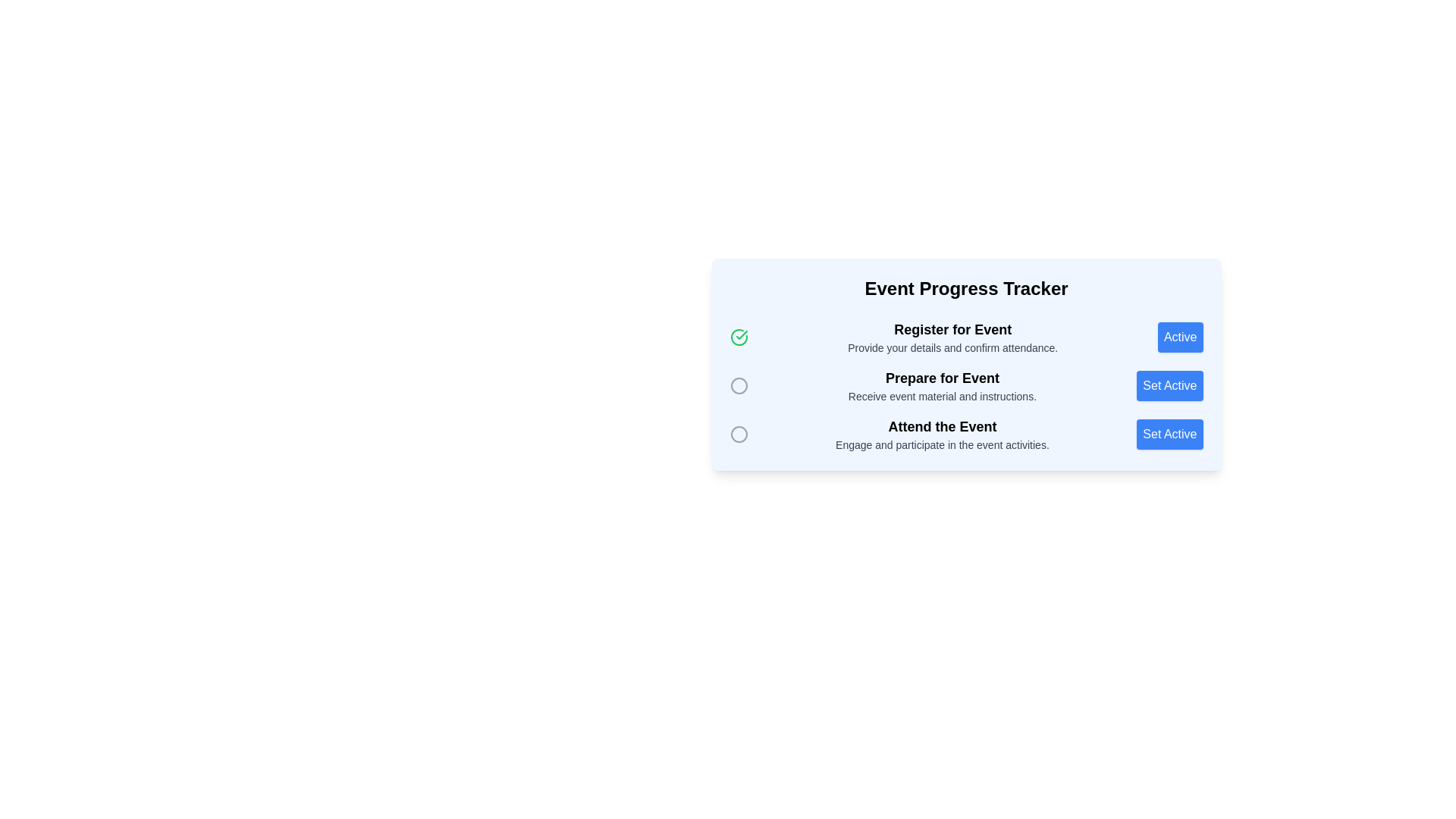 This screenshot has width=1456, height=819. What do you see at coordinates (965, 365) in the screenshot?
I see `the second milestone 'Prepare for Event' in the Event Progress Tracker` at bounding box center [965, 365].